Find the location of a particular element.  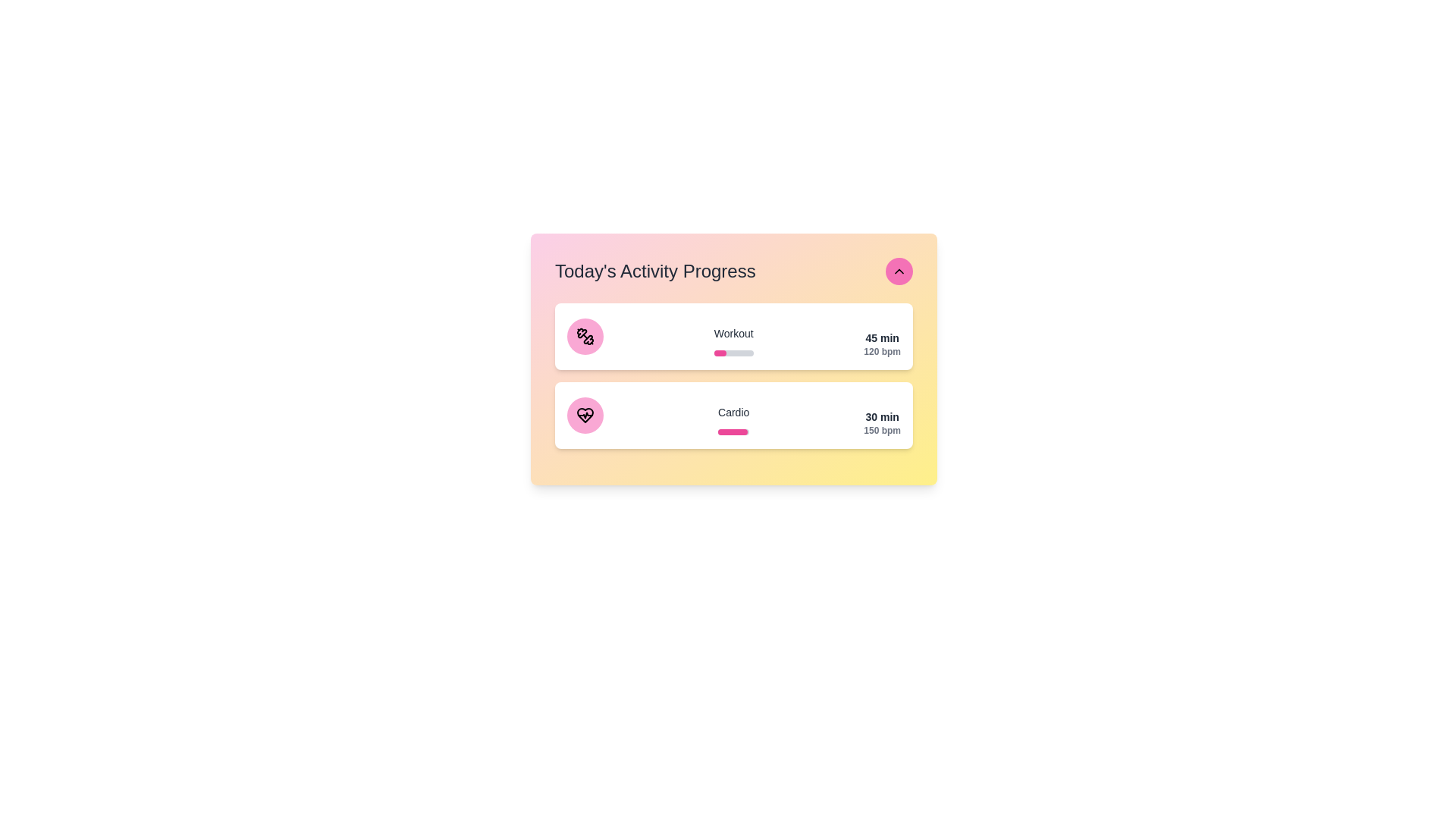

the 'Cardio' label, which is displayed in a smaller gray font beside a heart icon in the 'Today's Activity Progress' section is located at coordinates (733, 412).